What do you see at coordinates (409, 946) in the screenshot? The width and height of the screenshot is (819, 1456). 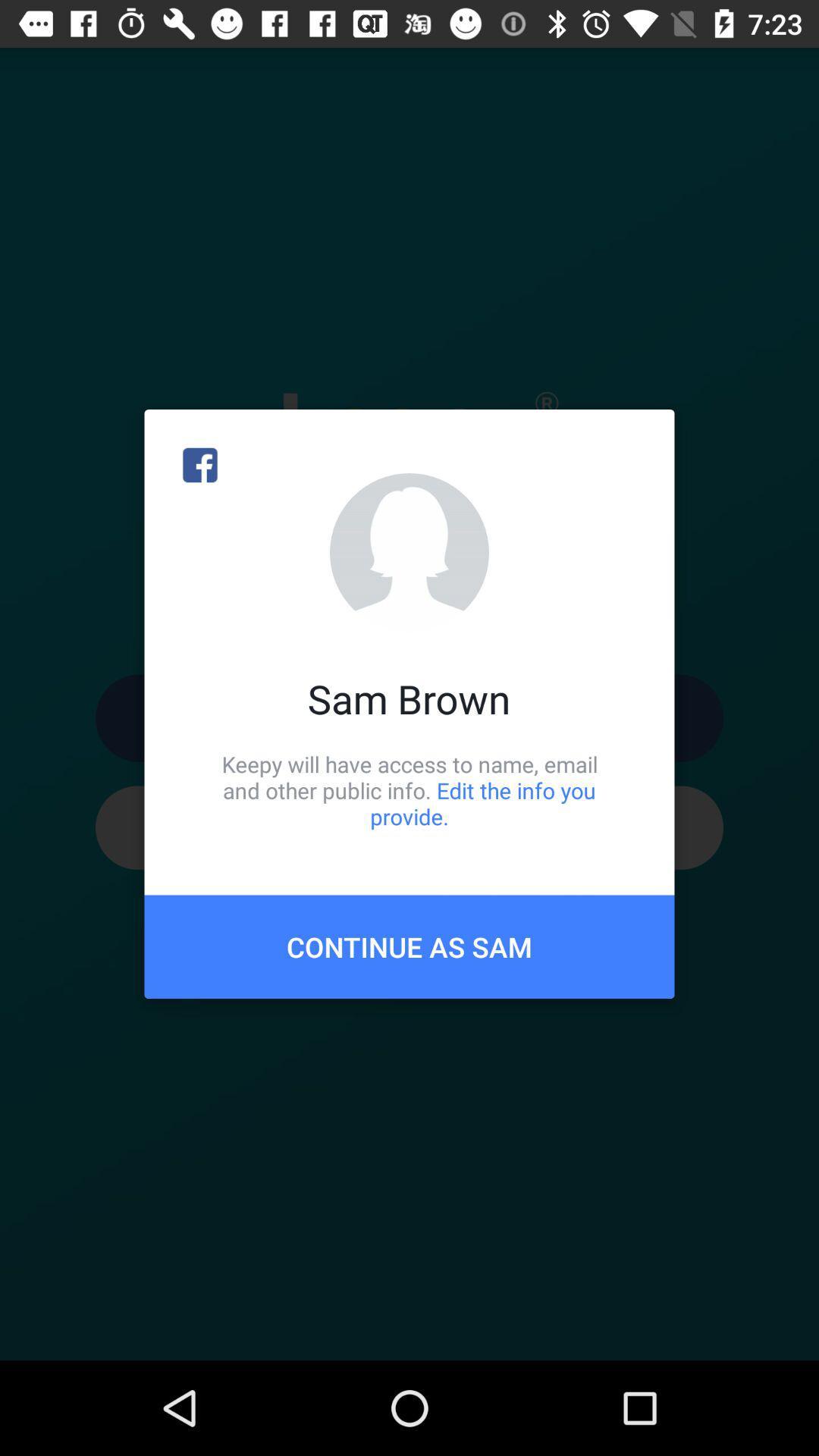 I see `the icon below keepy will have icon` at bounding box center [409, 946].